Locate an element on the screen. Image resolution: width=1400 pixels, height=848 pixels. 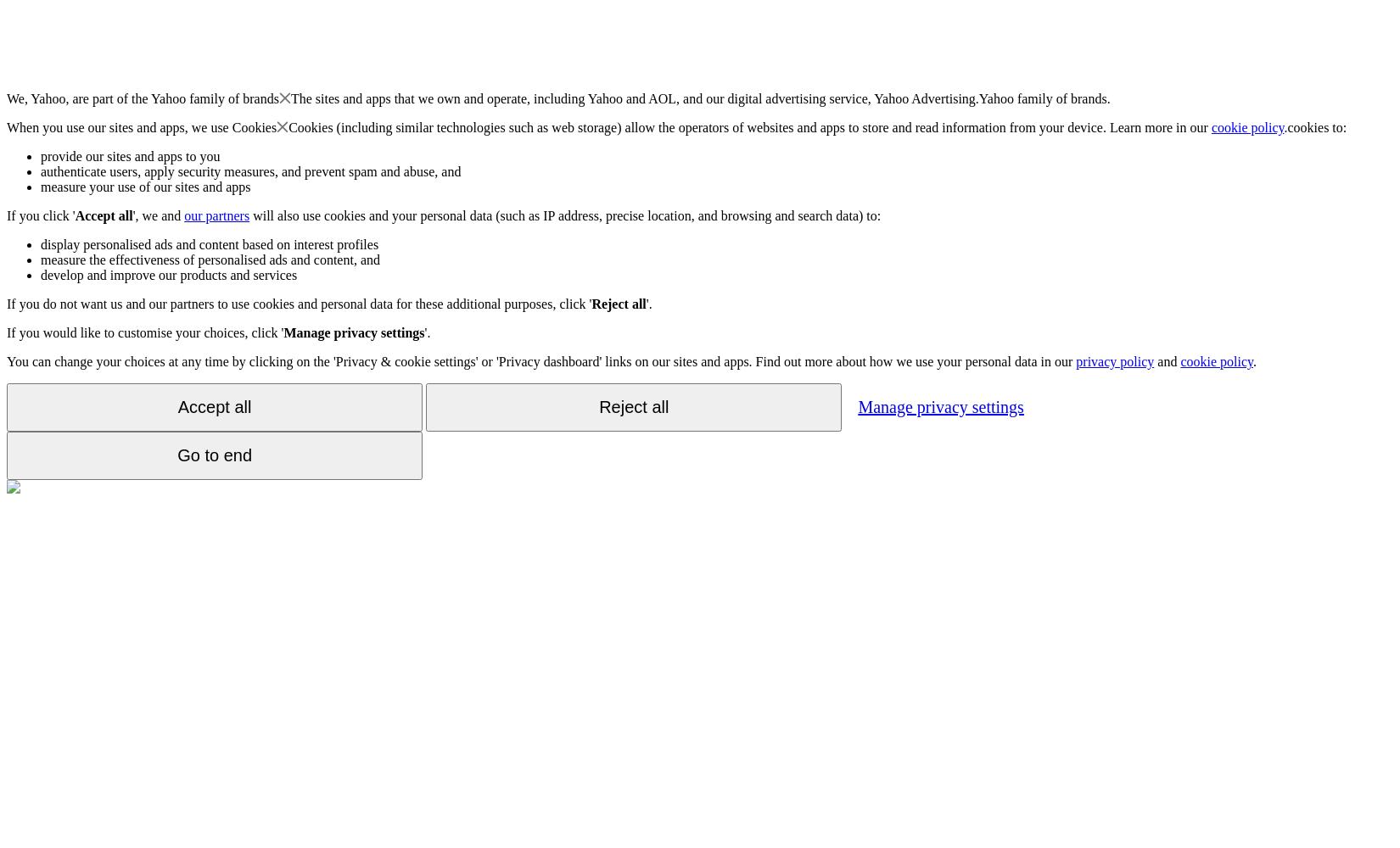
'The sites and apps that we own and operate, including Yahoo and AOL, and our digital advertising service, Yahoo Advertising.' is located at coordinates (633, 98).